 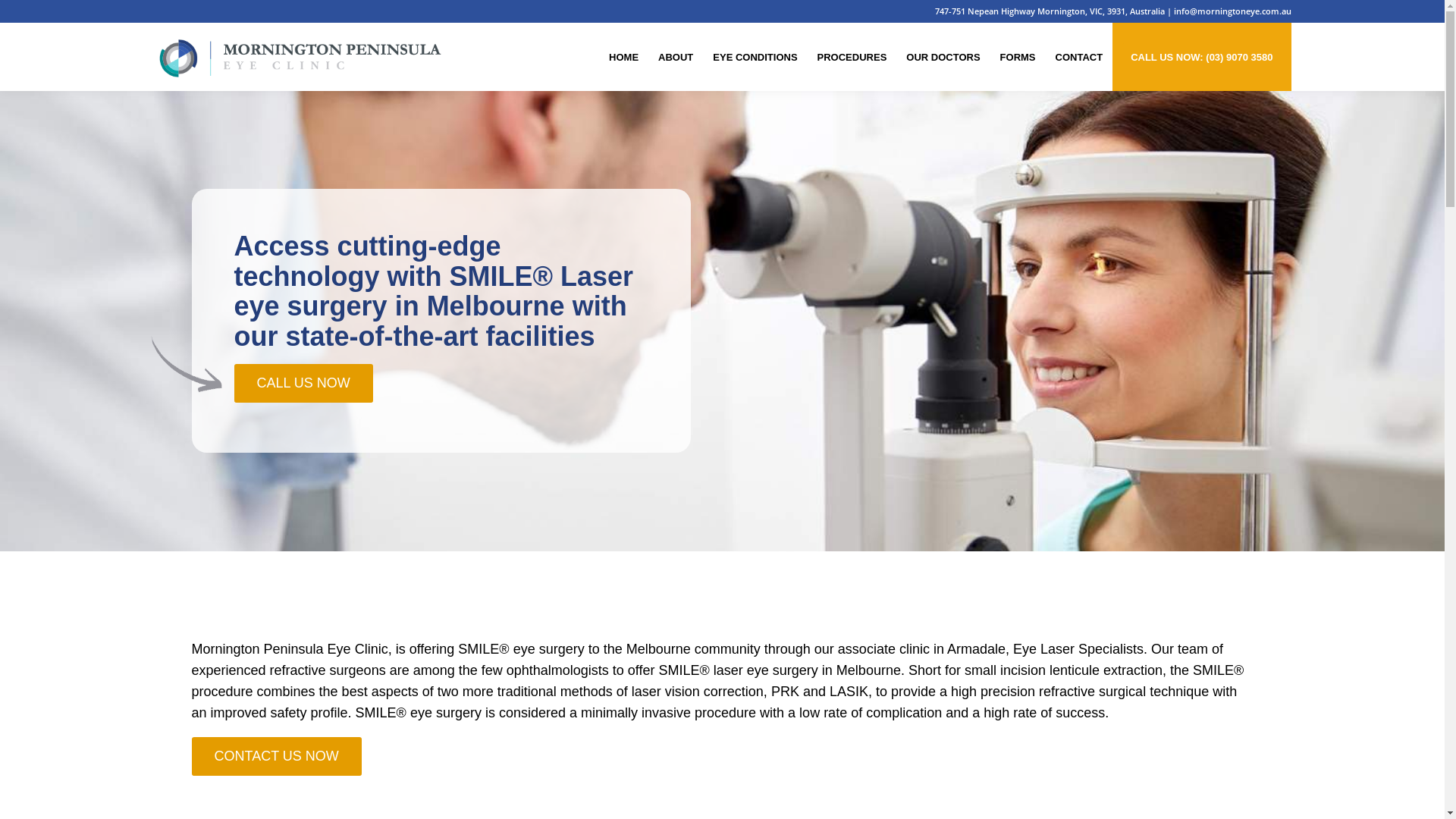 What do you see at coordinates (186, 364) in the screenshot?
I see `'arrow-right4'` at bounding box center [186, 364].